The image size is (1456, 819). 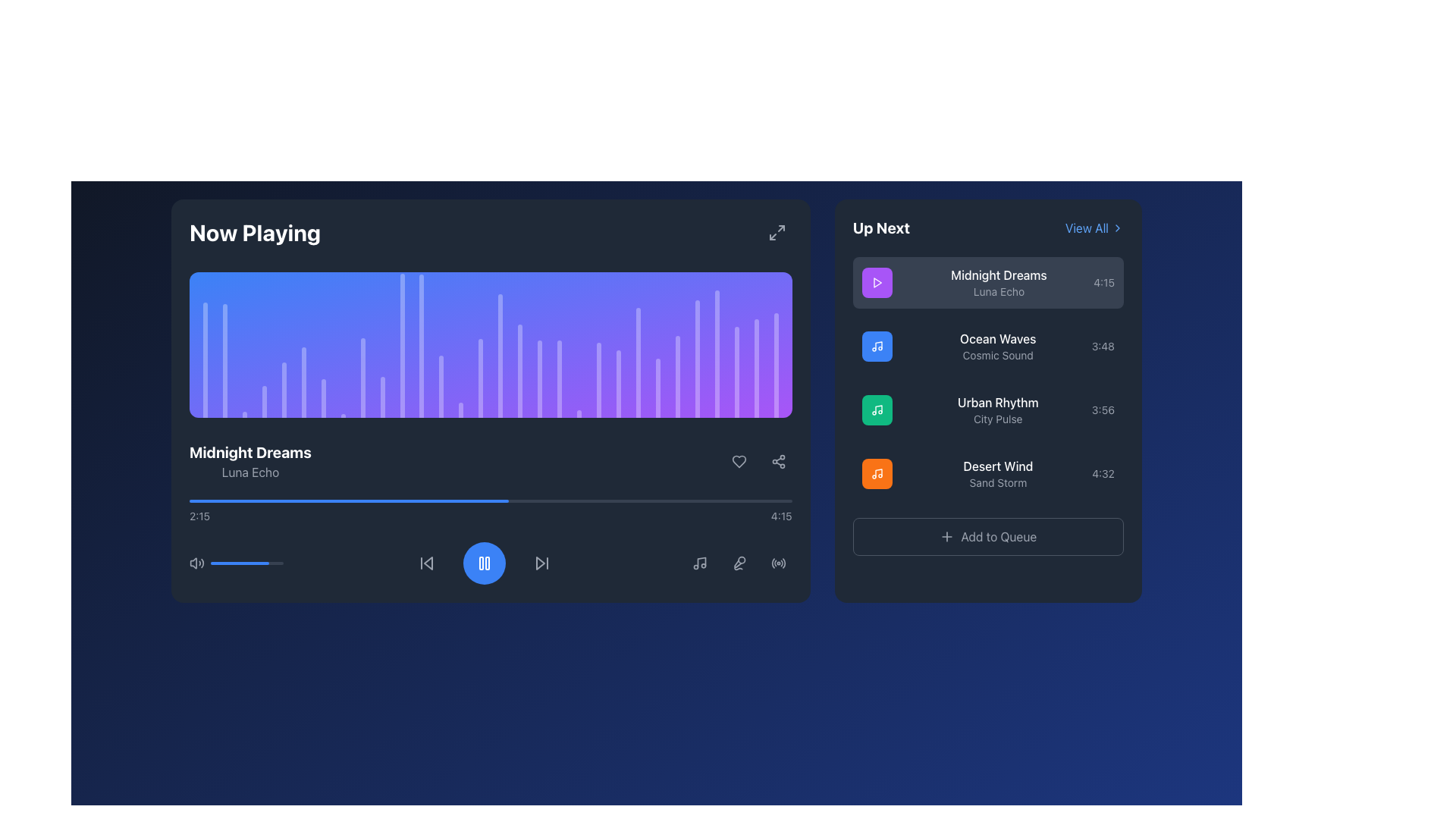 I want to click on the animation of the 7th vertical bar in the audio visualizer, which represents a specific frequency or sound amplitude, so click(x=322, y=397).